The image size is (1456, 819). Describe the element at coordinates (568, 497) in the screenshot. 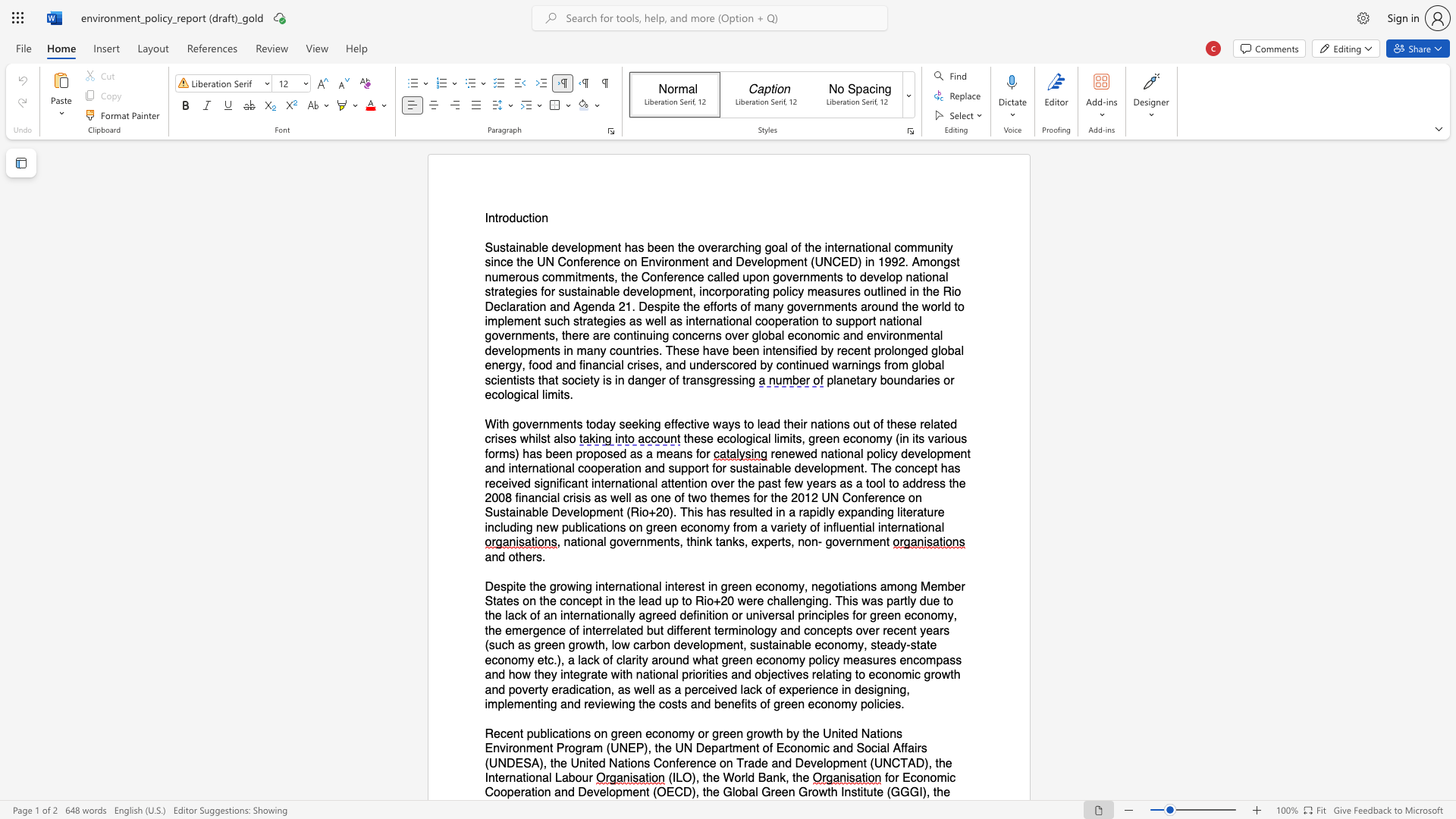

I see `the subset text "risi" within the text "financial crisis"` at that location.